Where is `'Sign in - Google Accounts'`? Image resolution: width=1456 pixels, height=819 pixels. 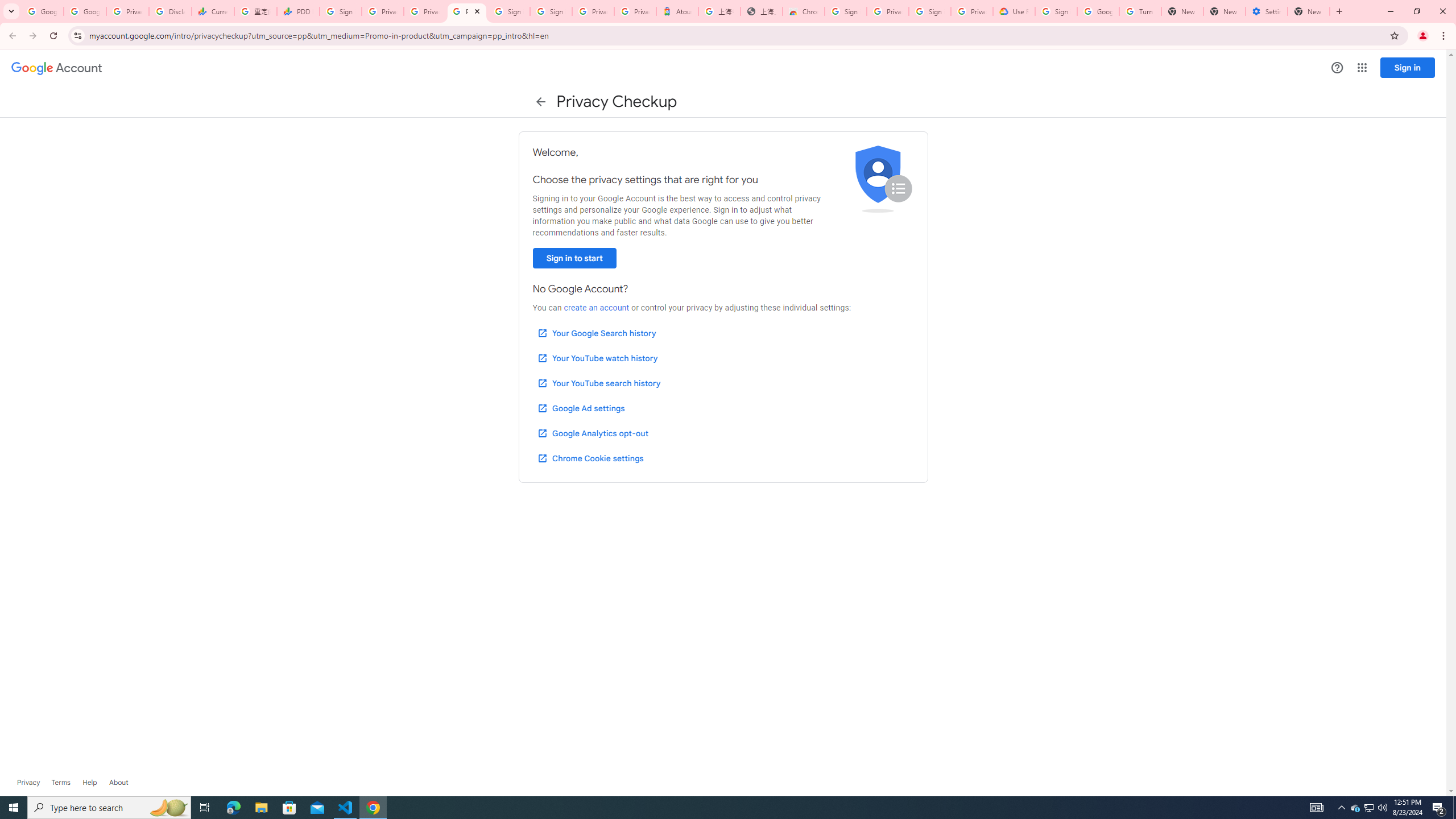 'Sign in - Google Accounts' is located at coordinates (510, 11).